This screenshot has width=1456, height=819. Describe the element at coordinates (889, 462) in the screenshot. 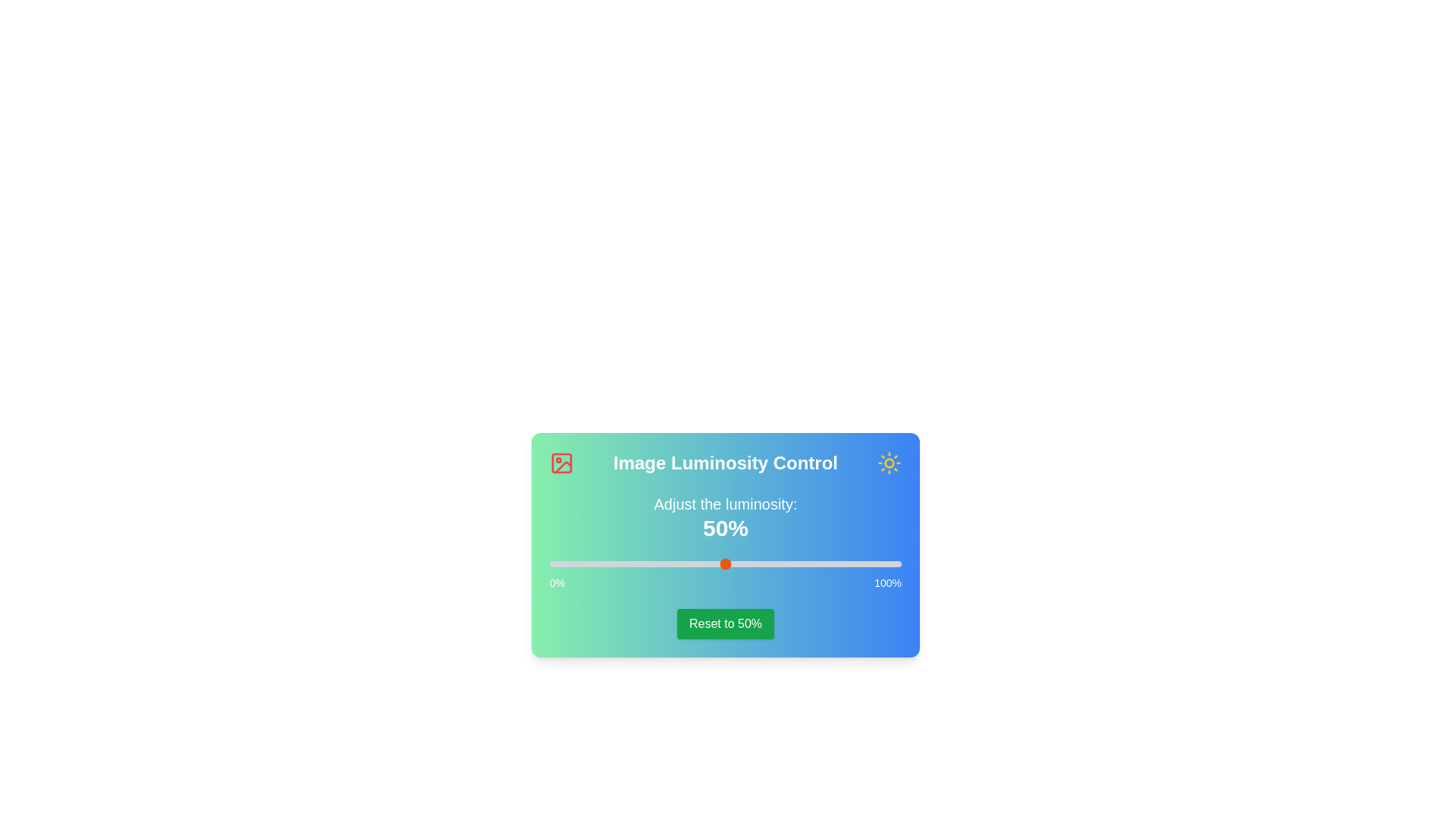

I see `the right icon in the header section` at that location.